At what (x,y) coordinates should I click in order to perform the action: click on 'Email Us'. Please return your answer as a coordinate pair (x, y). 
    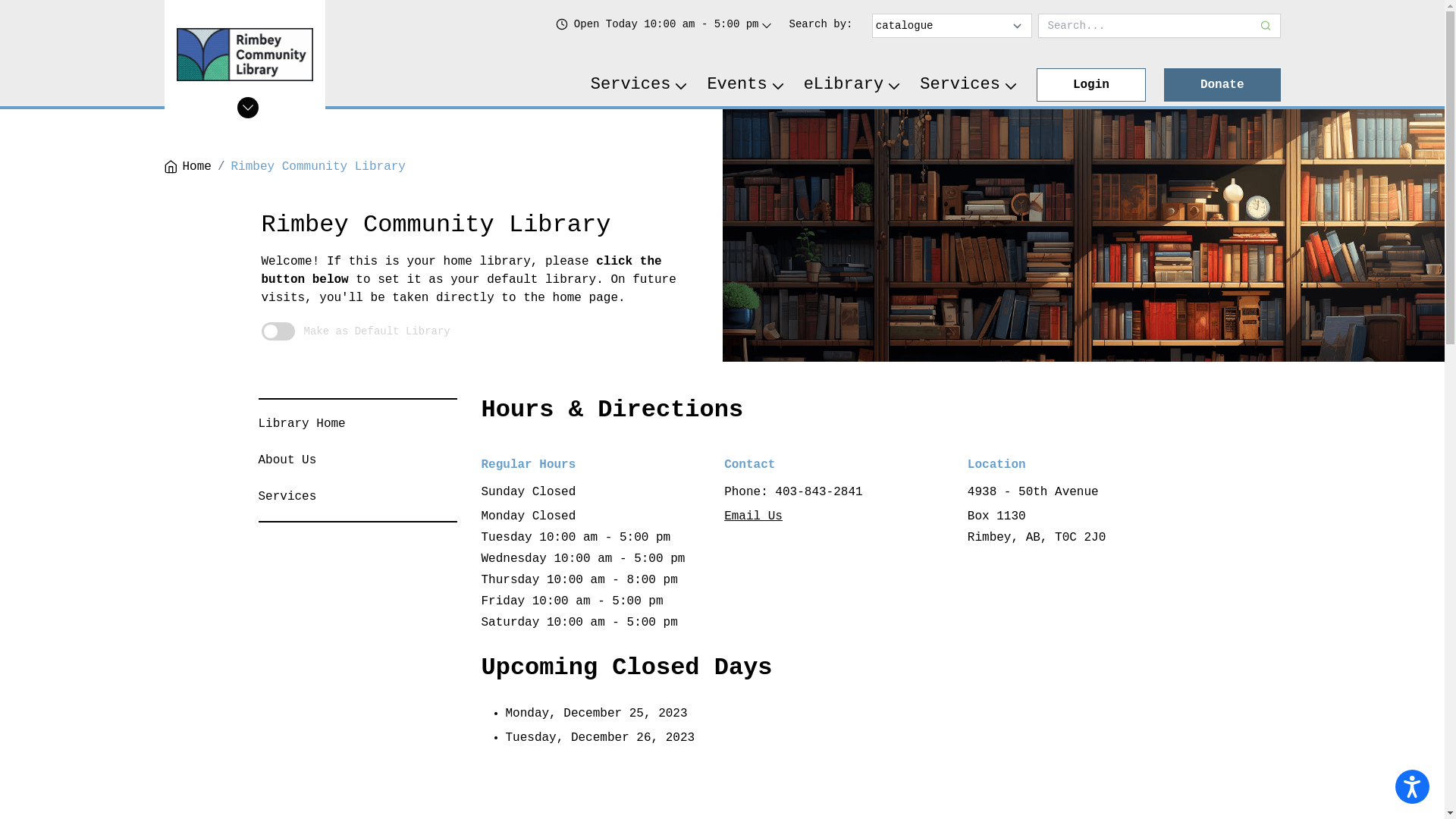
    Looking at the image, I should click on (723, 516).